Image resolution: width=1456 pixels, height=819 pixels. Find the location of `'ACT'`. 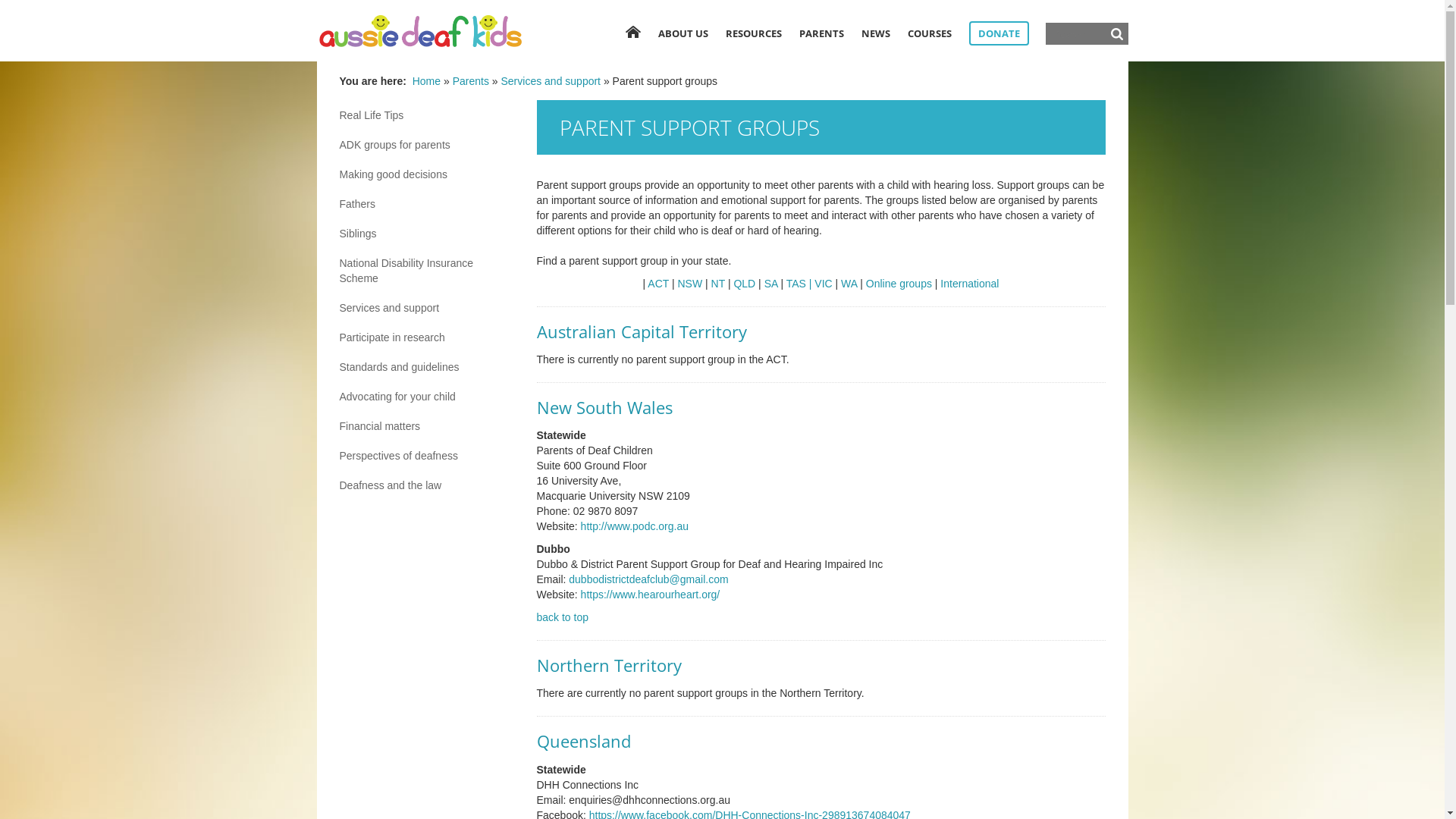

'ACT' is located at coordinates (658, 284).